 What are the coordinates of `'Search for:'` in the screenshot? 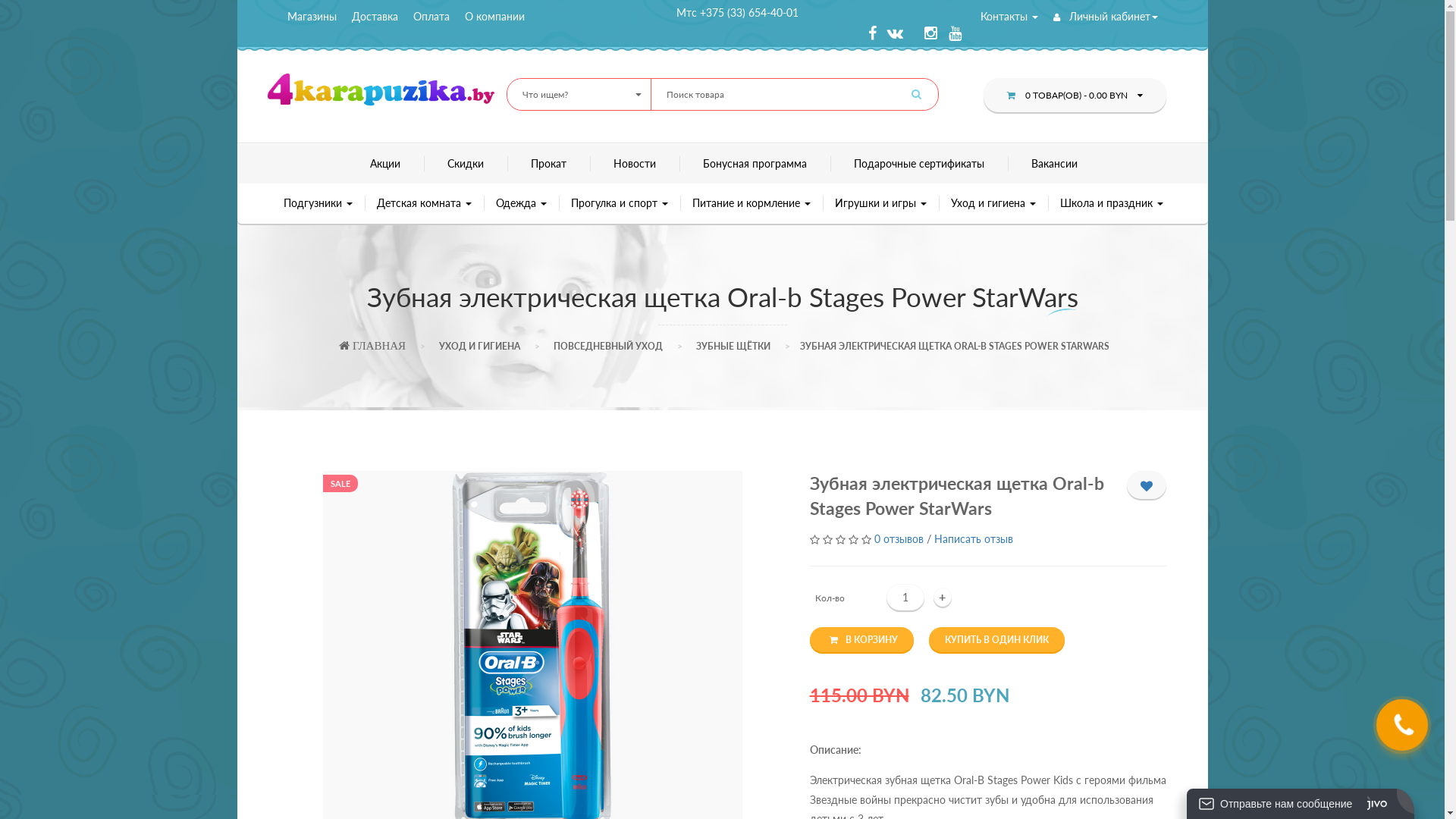 It's located at (793, 94).